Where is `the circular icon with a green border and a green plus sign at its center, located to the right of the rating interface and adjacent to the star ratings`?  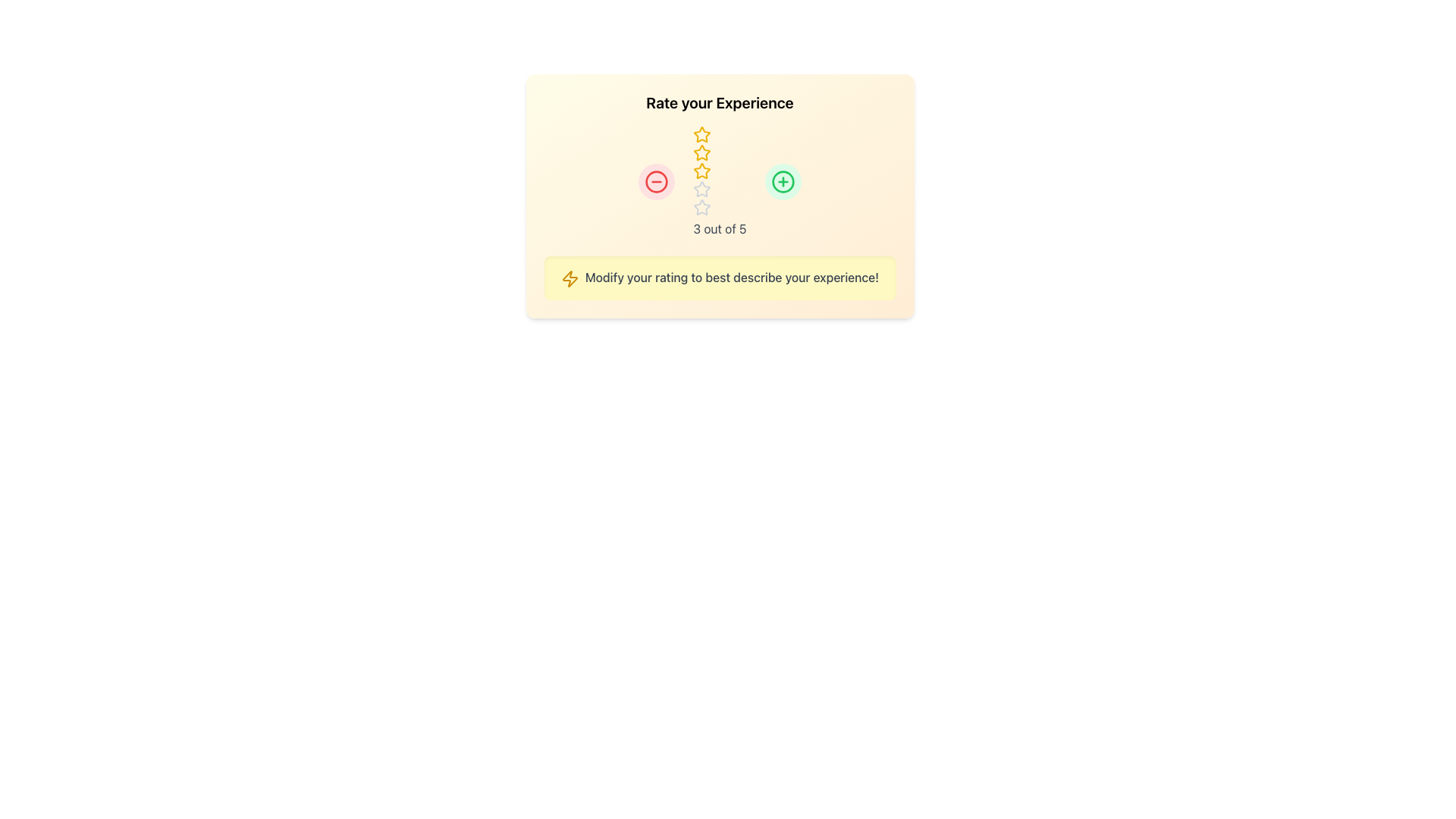 the circular icon with a green border and a green plus sign at its center, located to the right of the rating interface and adjacent to the star ratings is located at coordinates (783, 180).